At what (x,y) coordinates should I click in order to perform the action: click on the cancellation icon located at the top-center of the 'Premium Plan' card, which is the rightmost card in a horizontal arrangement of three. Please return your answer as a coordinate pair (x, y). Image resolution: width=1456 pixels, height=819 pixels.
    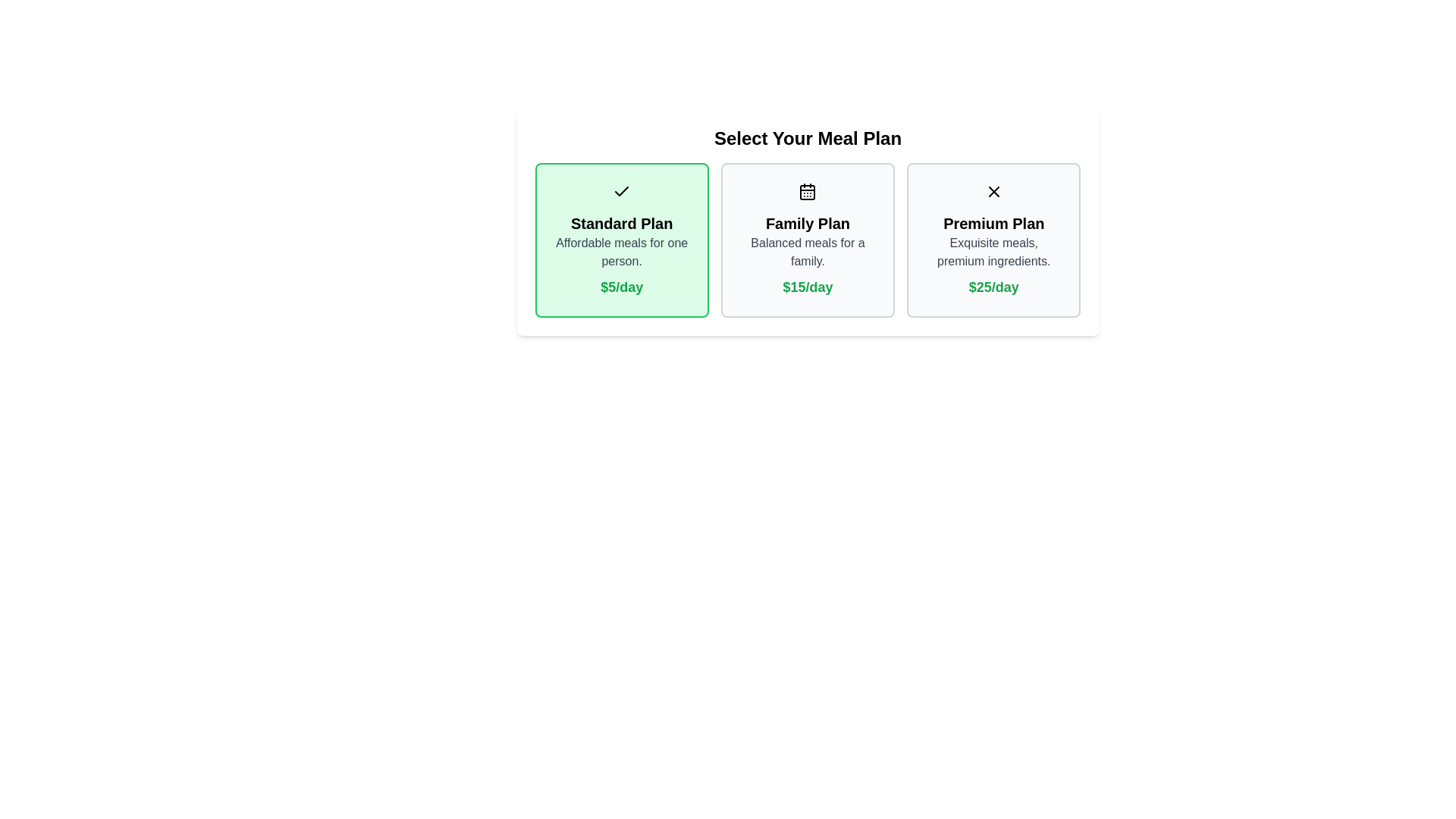
    Looking at the image, I should click on (993, 191).